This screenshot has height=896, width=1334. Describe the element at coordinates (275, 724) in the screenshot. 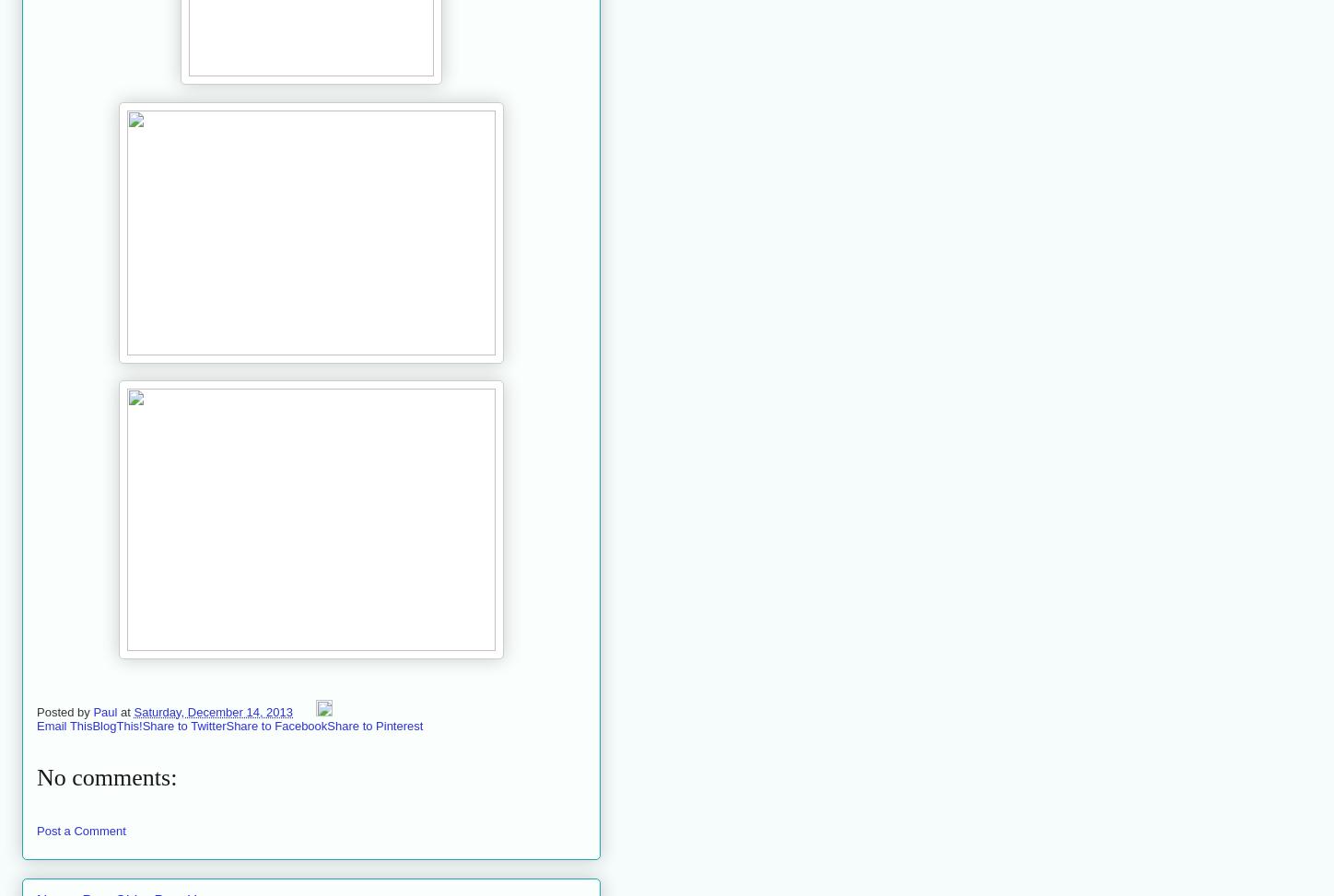

I see `'Share to Facebook'` at that location.